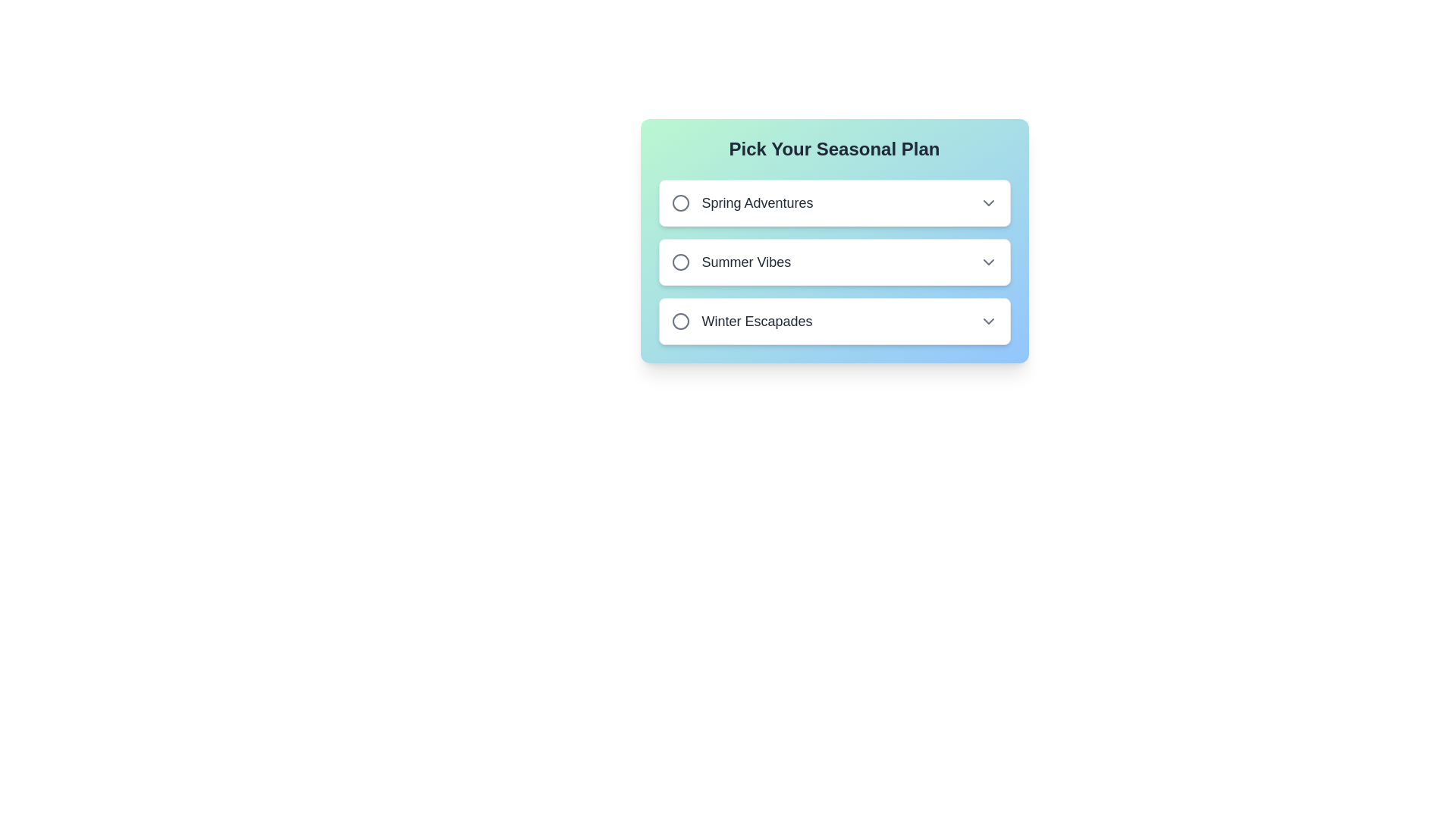 The height and width of the screenshot is (819, 1456). Describe the element at coordinates (988, 321) in the screenshot. I see `the Dropdown Indicator Icon associated with 'Winter Escapades'` at that location.